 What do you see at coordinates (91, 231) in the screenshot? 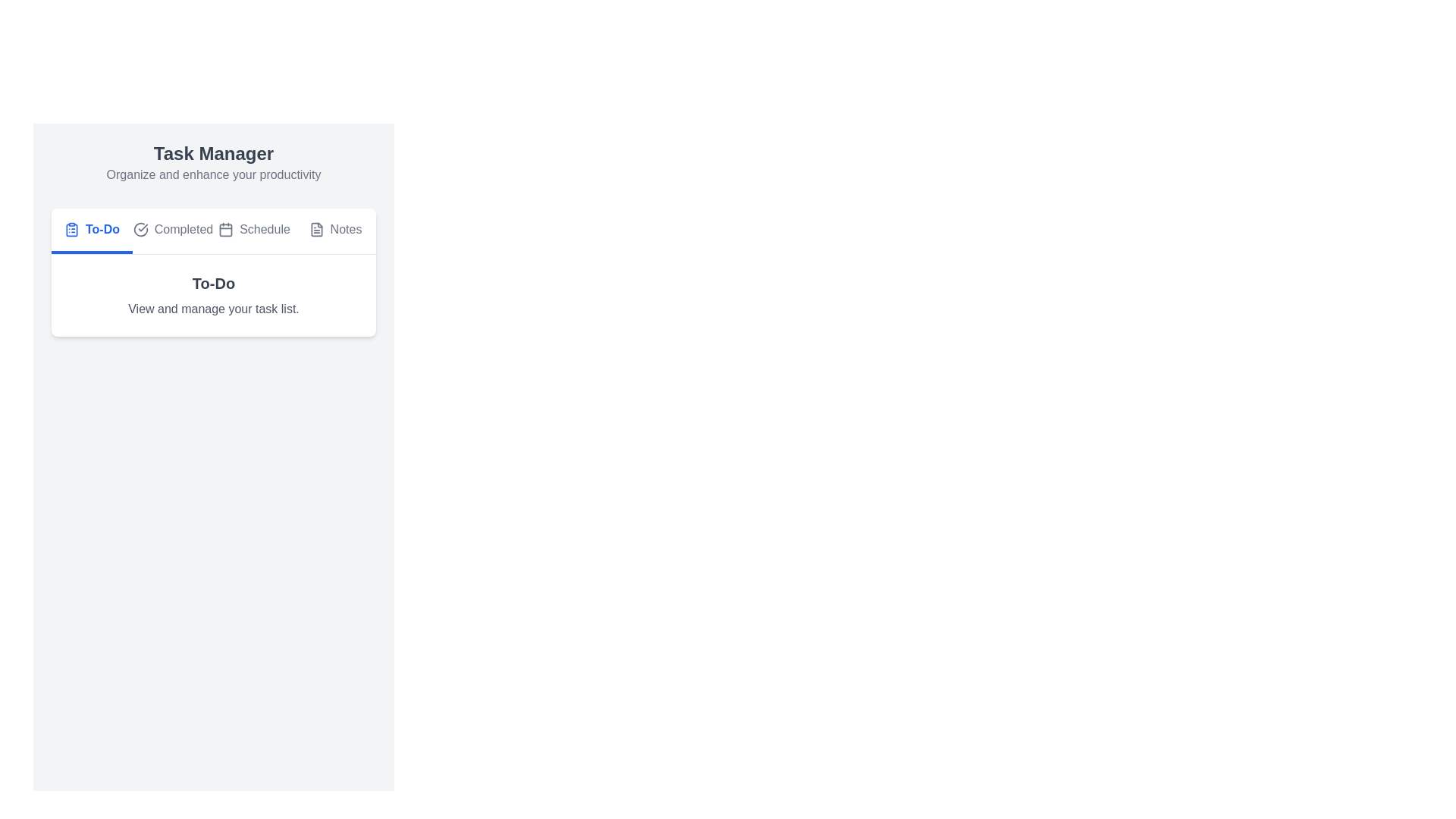
I see `the To-Do tab` at bounding box center [91, 231].